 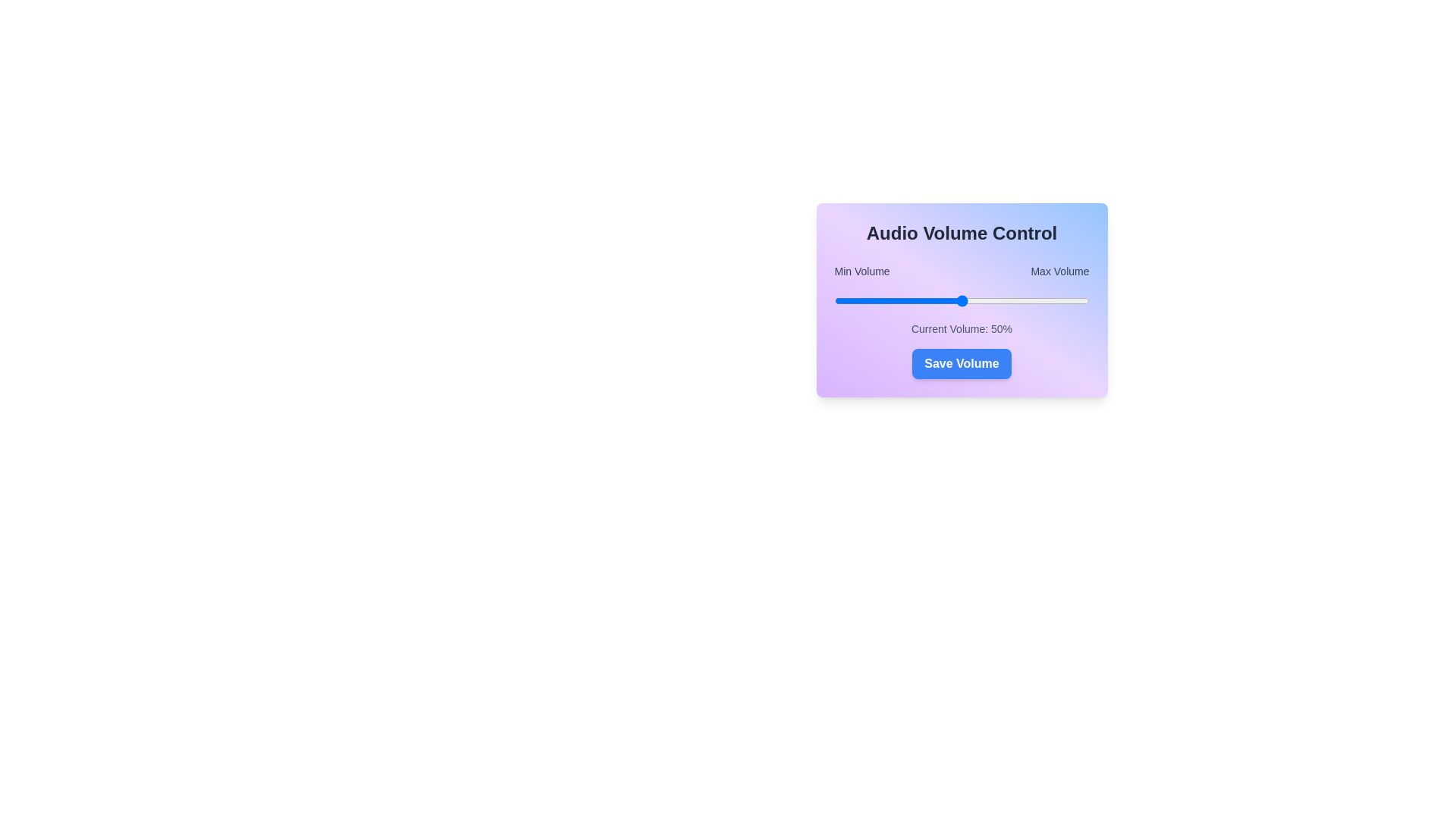 What do you see at coordinates (961, 363) in the screenshot?
I see `the 'Save Volume' button` at bounding box center [961, 363].